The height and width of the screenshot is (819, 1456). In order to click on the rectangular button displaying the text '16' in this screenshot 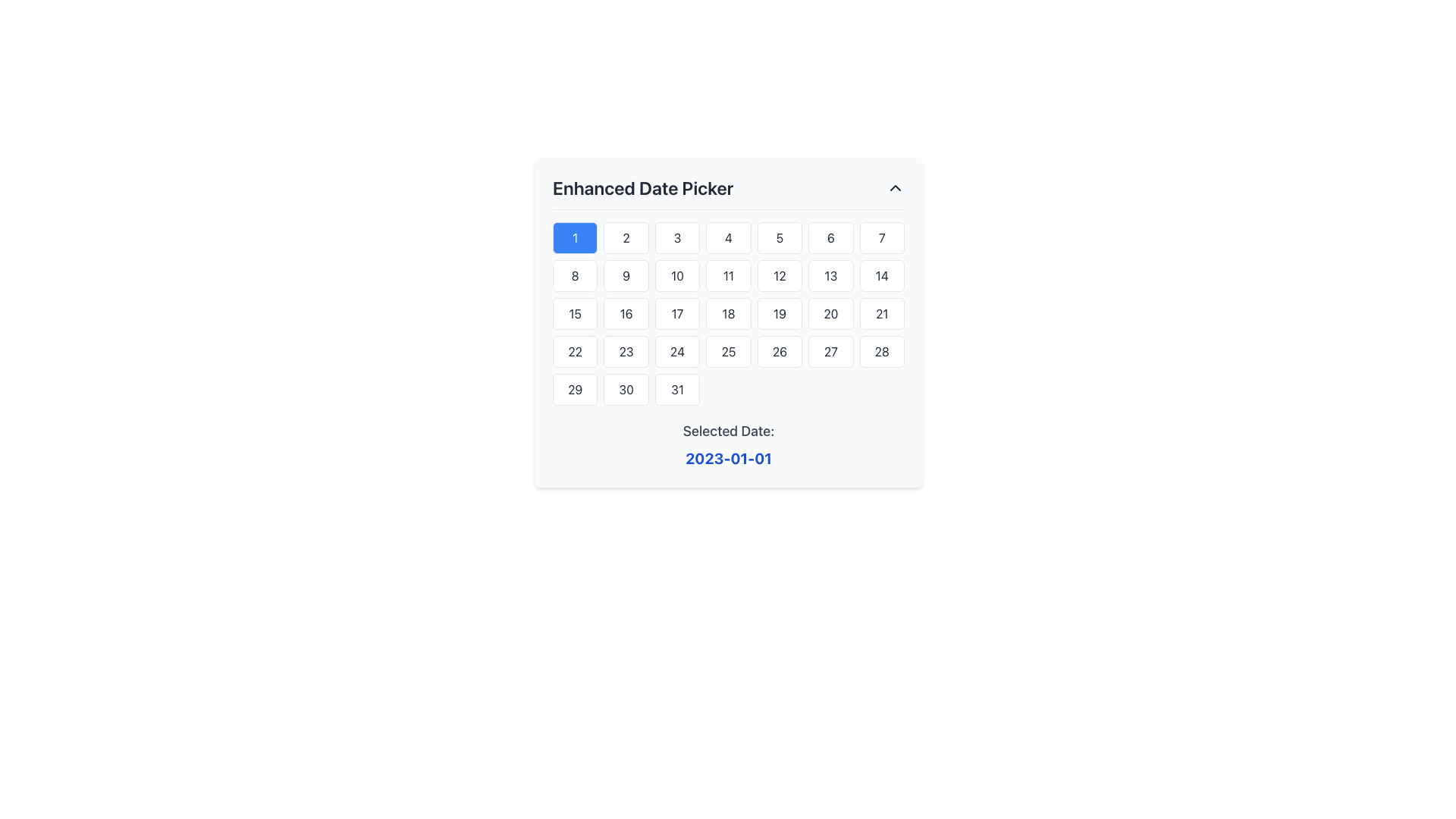, I will do `click(626, 312)`.